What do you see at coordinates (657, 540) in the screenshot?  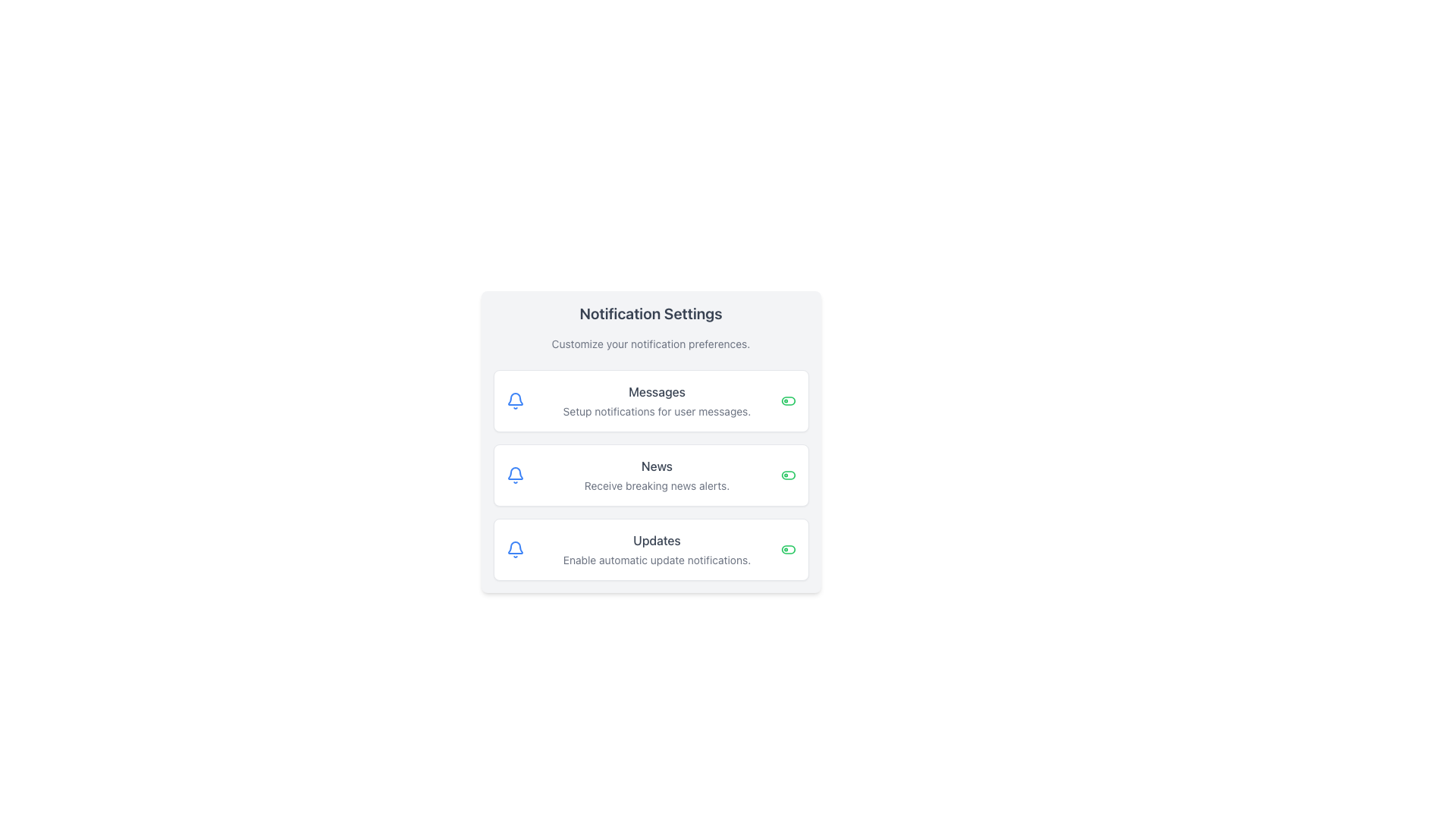 I see `the text label that serves as the title for the setting option related to updates, located in the third setting option within the 'Notification Settings' panel` at bounding box center [657, 540].